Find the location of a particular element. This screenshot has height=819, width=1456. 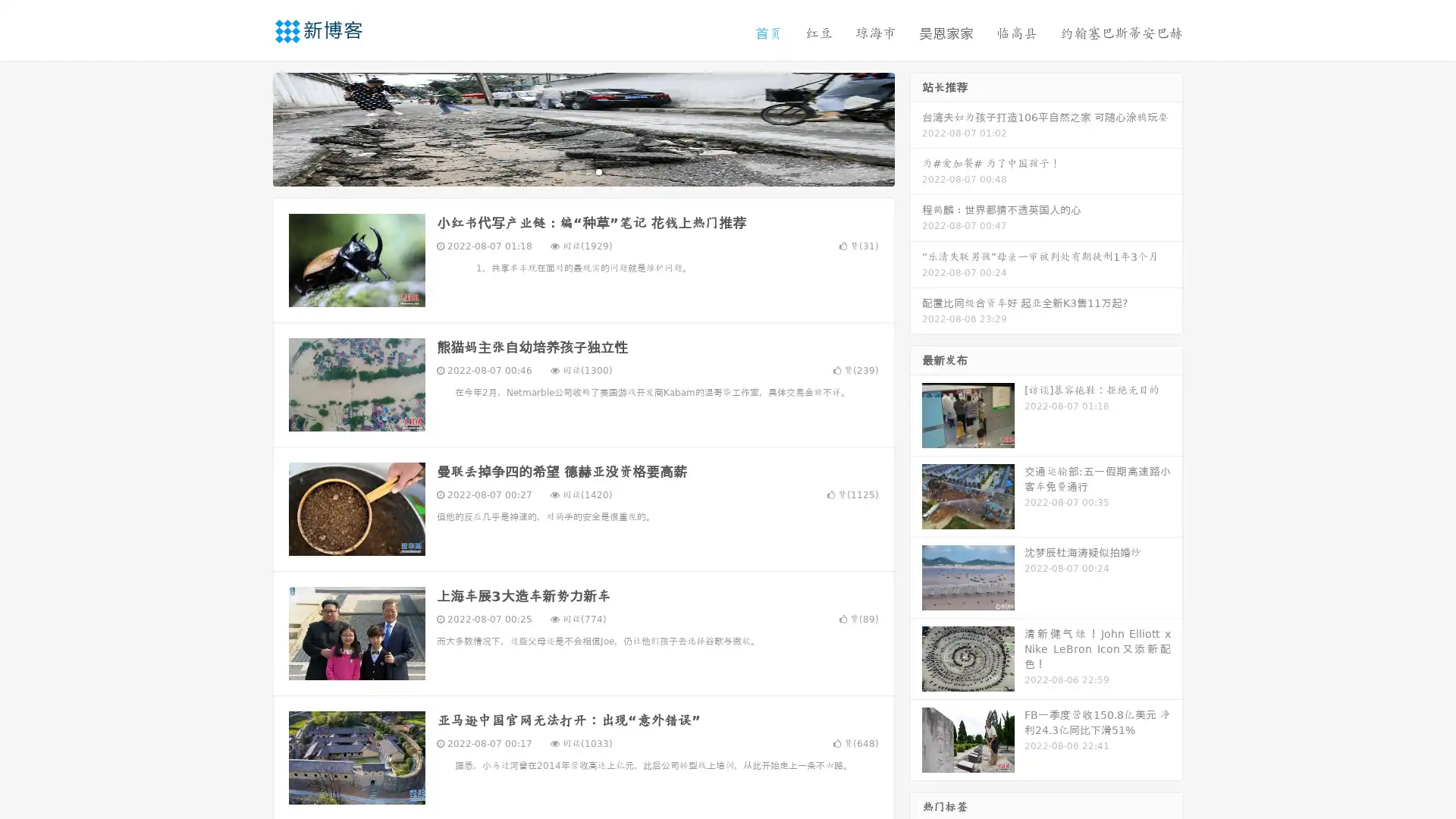

Next slide is located at coordinates (916, 127).